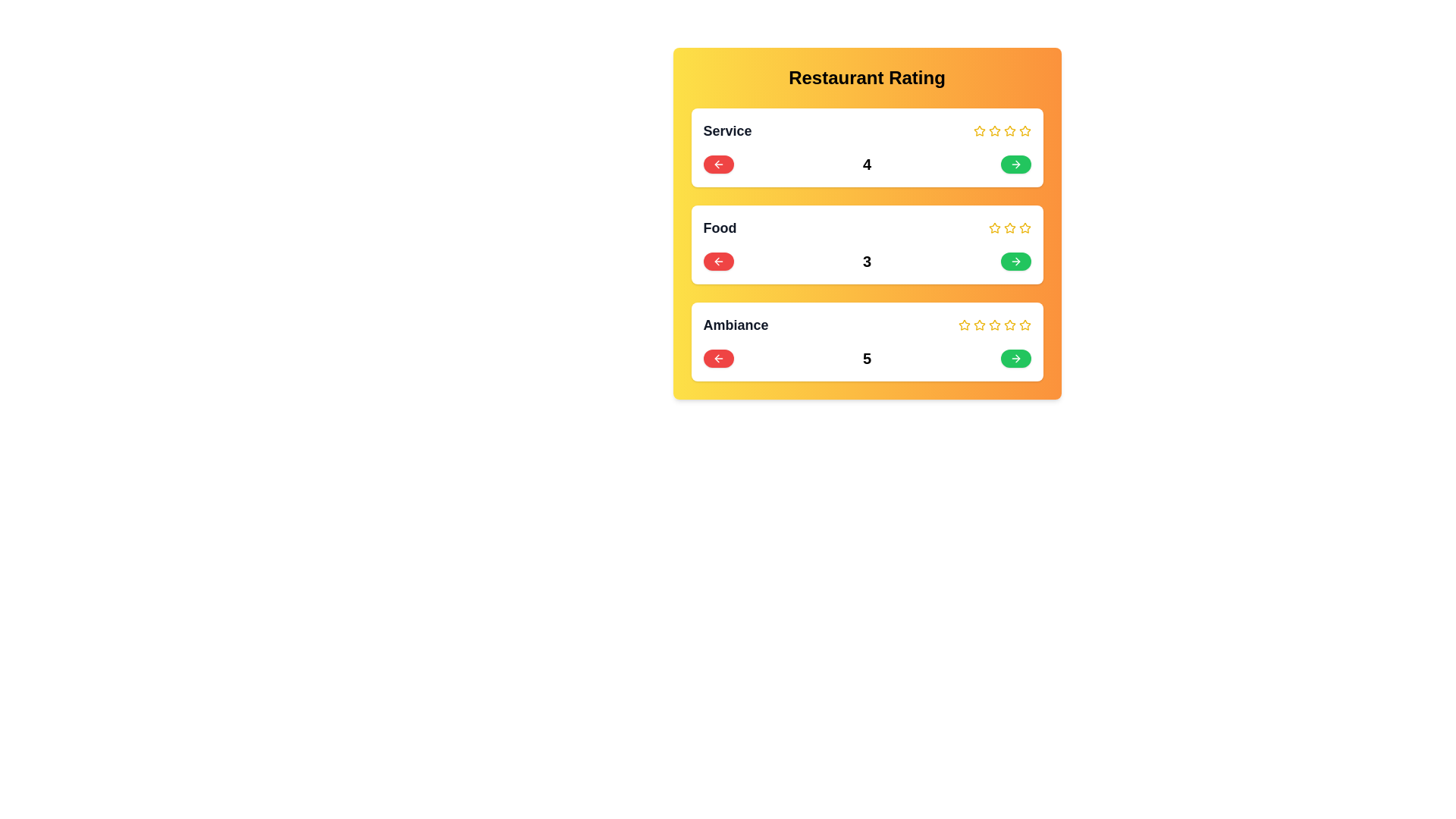 The image size is (1456, 819). I want to click on 'Food' text label located in the top-left part of the second card from the top in a vertically stacked layout of three cards, so click(719, 227).